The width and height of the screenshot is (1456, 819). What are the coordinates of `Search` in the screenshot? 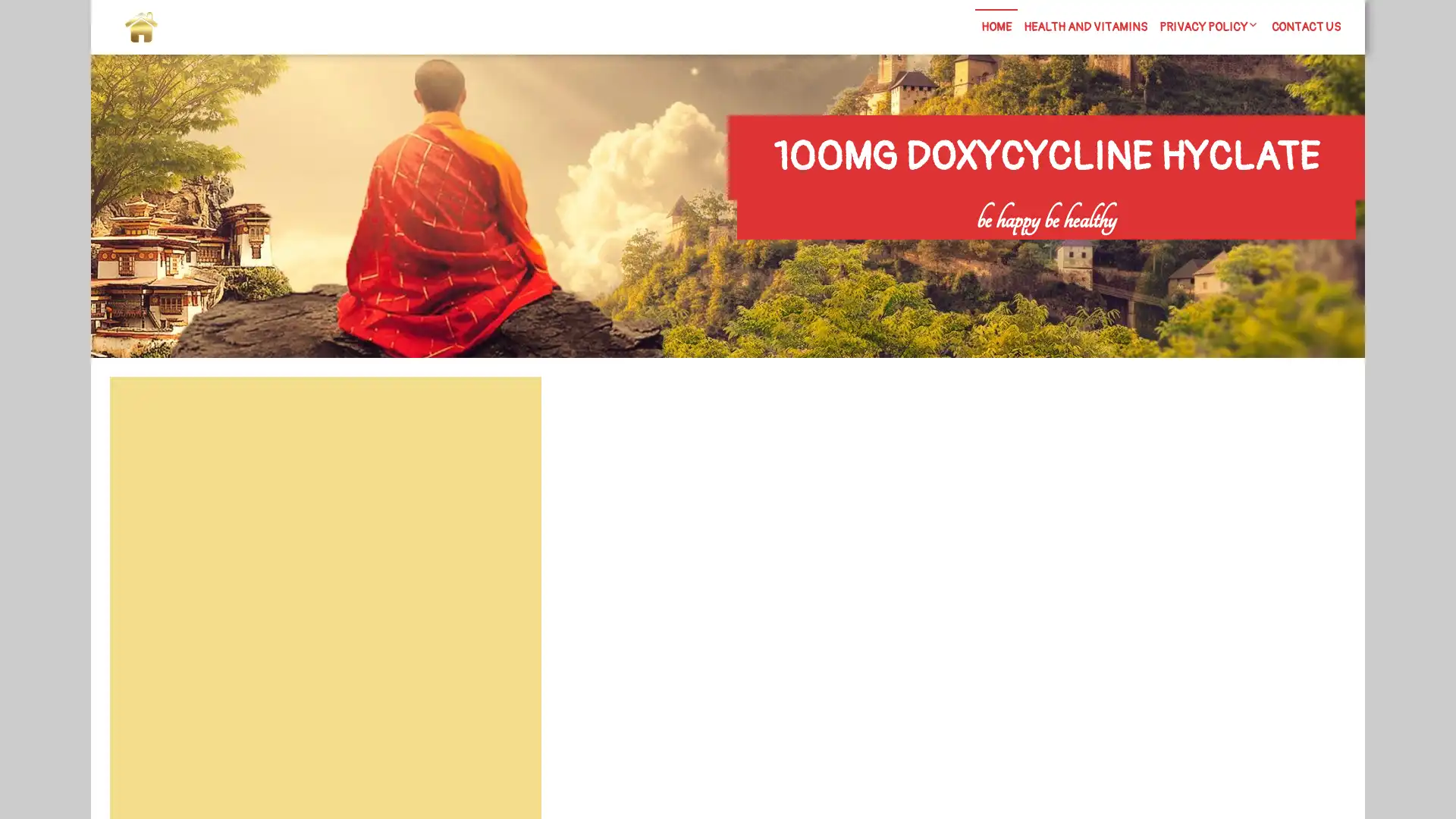 It's located at (506, 413).